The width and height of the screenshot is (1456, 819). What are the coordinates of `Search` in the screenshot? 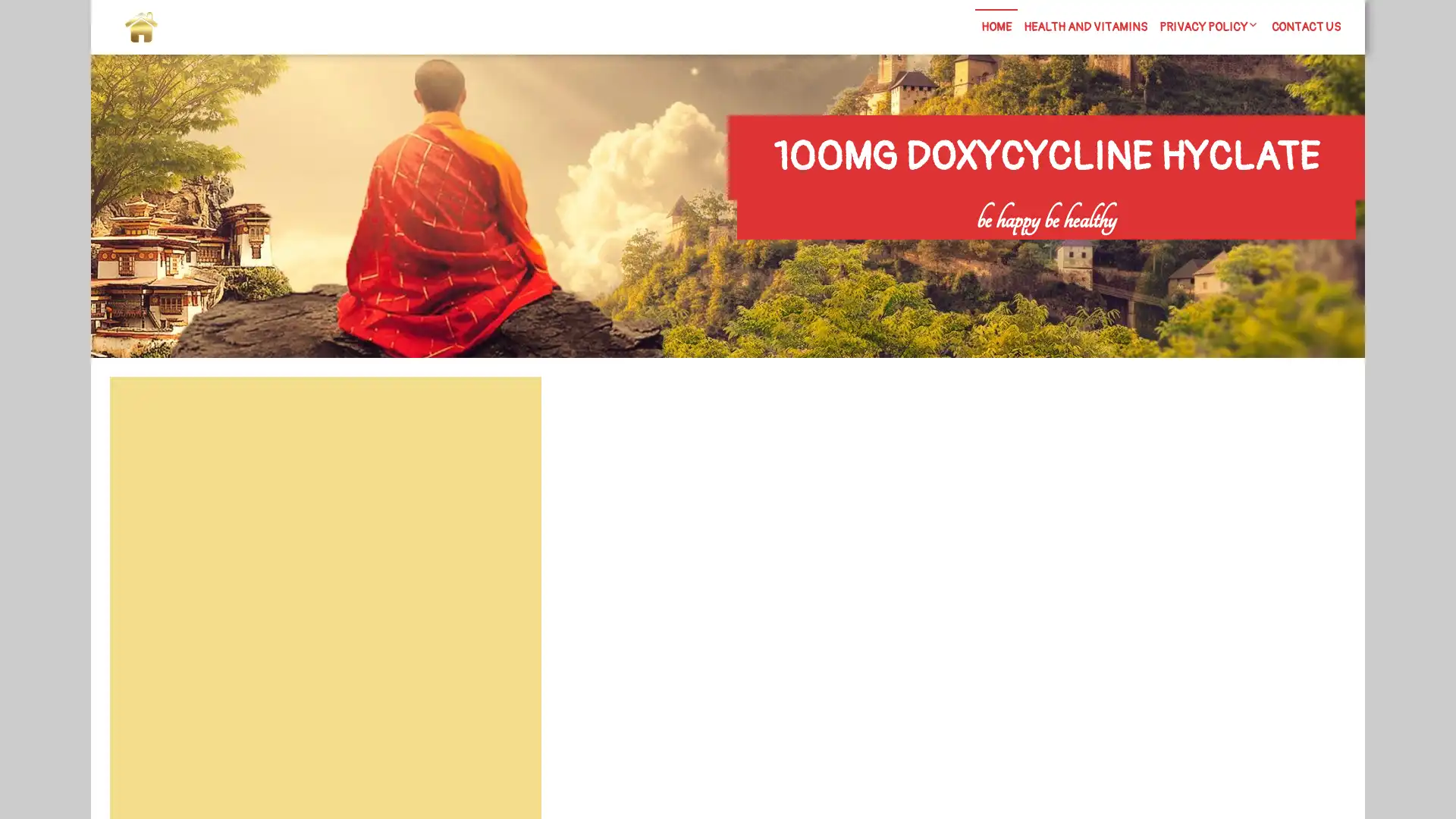 It's located at (506, 413).